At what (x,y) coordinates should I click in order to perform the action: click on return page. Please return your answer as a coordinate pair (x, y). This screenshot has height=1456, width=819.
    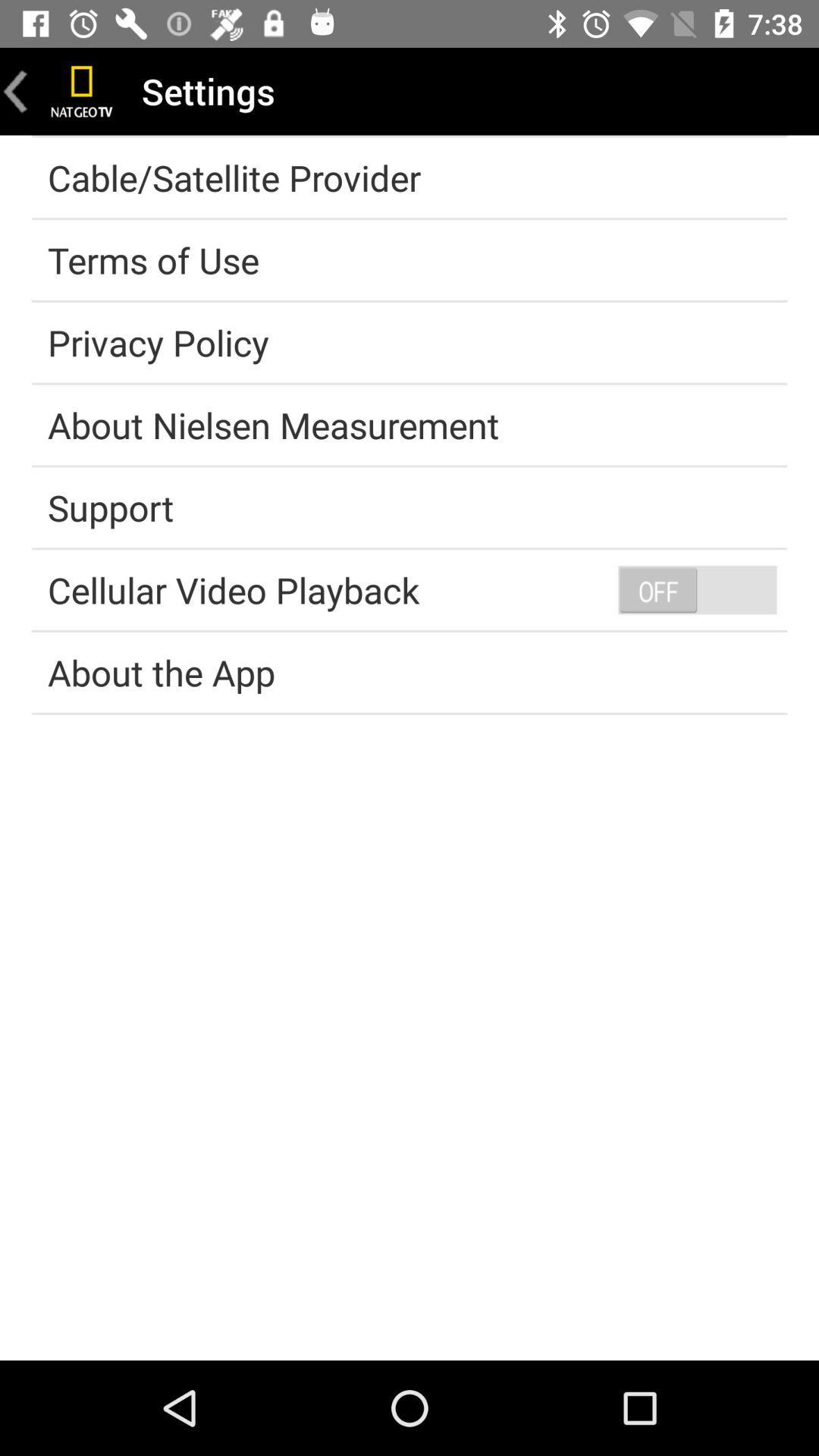
    Looking at the image, I should click on (15, 90).